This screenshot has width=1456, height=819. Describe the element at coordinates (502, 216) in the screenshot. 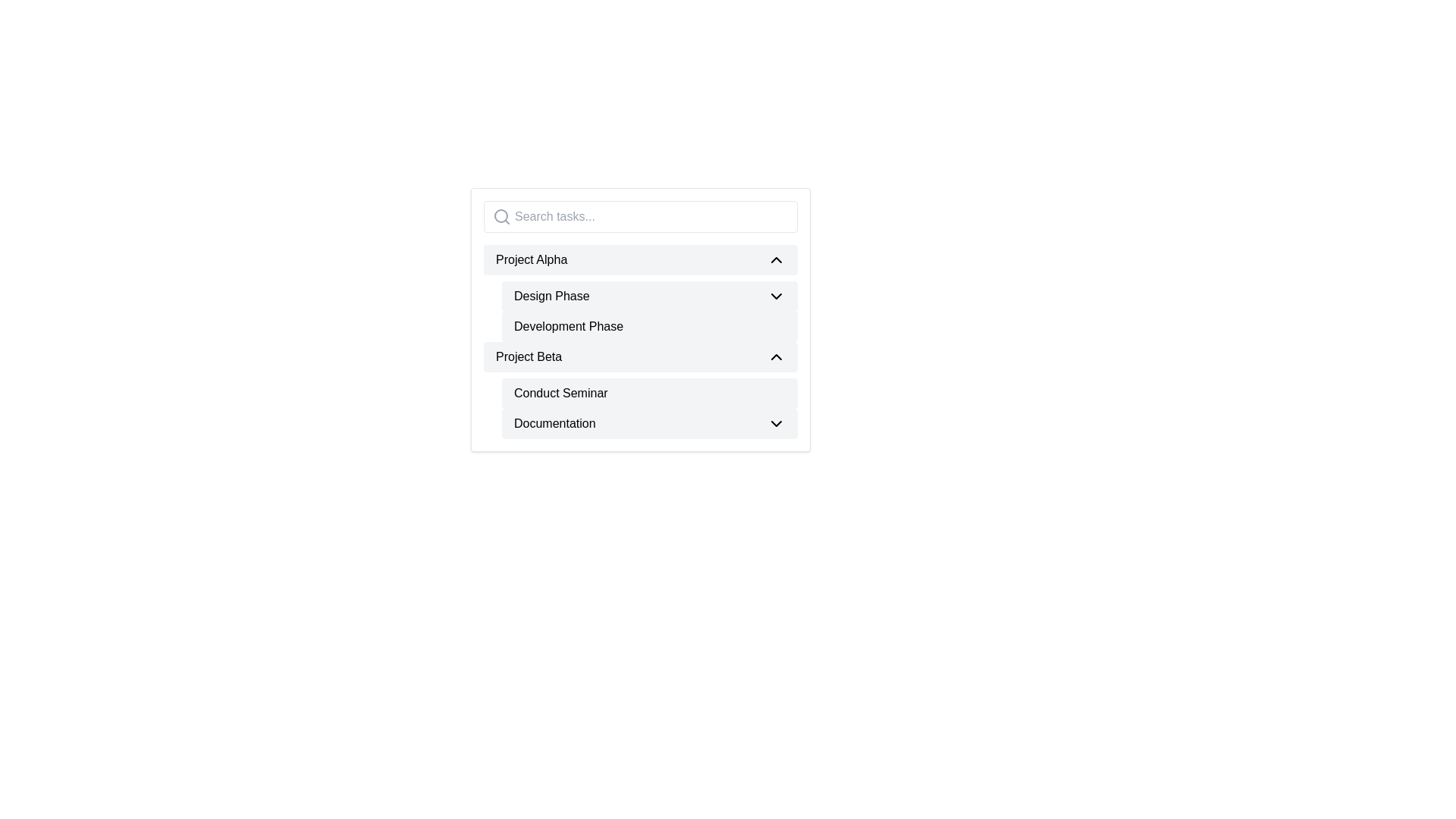

I see `the search icon located on the left side of the input field with placeholder text 'Search tasks...'` at that location.